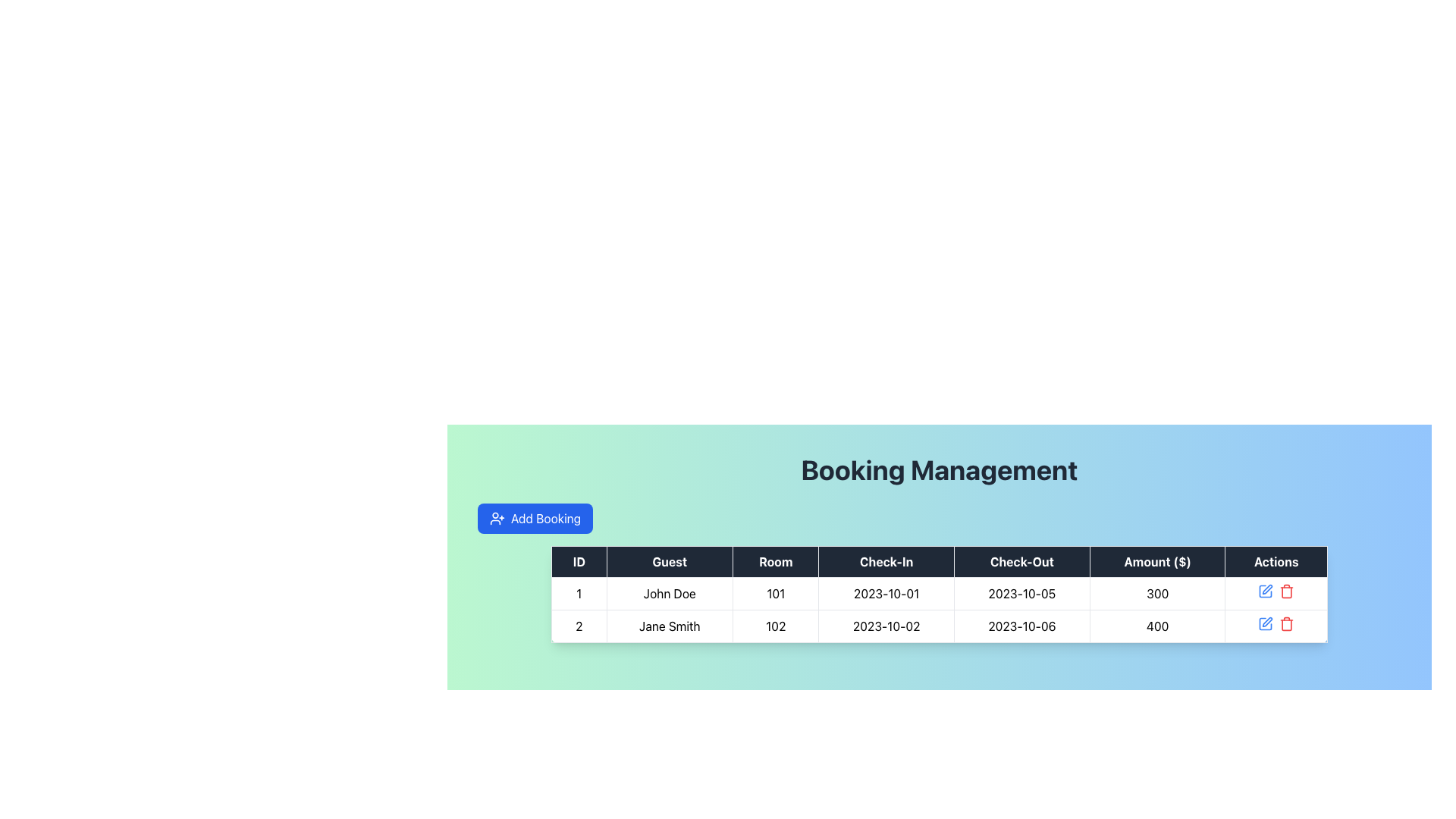 The width and height of the screenshot is (1456, 819). Describe the element at coordinates (535, 517) in the screenshot. I see `the 'Add Booking' button located below the 'Booking Management' heading to initiate the booking addition process` at that location.